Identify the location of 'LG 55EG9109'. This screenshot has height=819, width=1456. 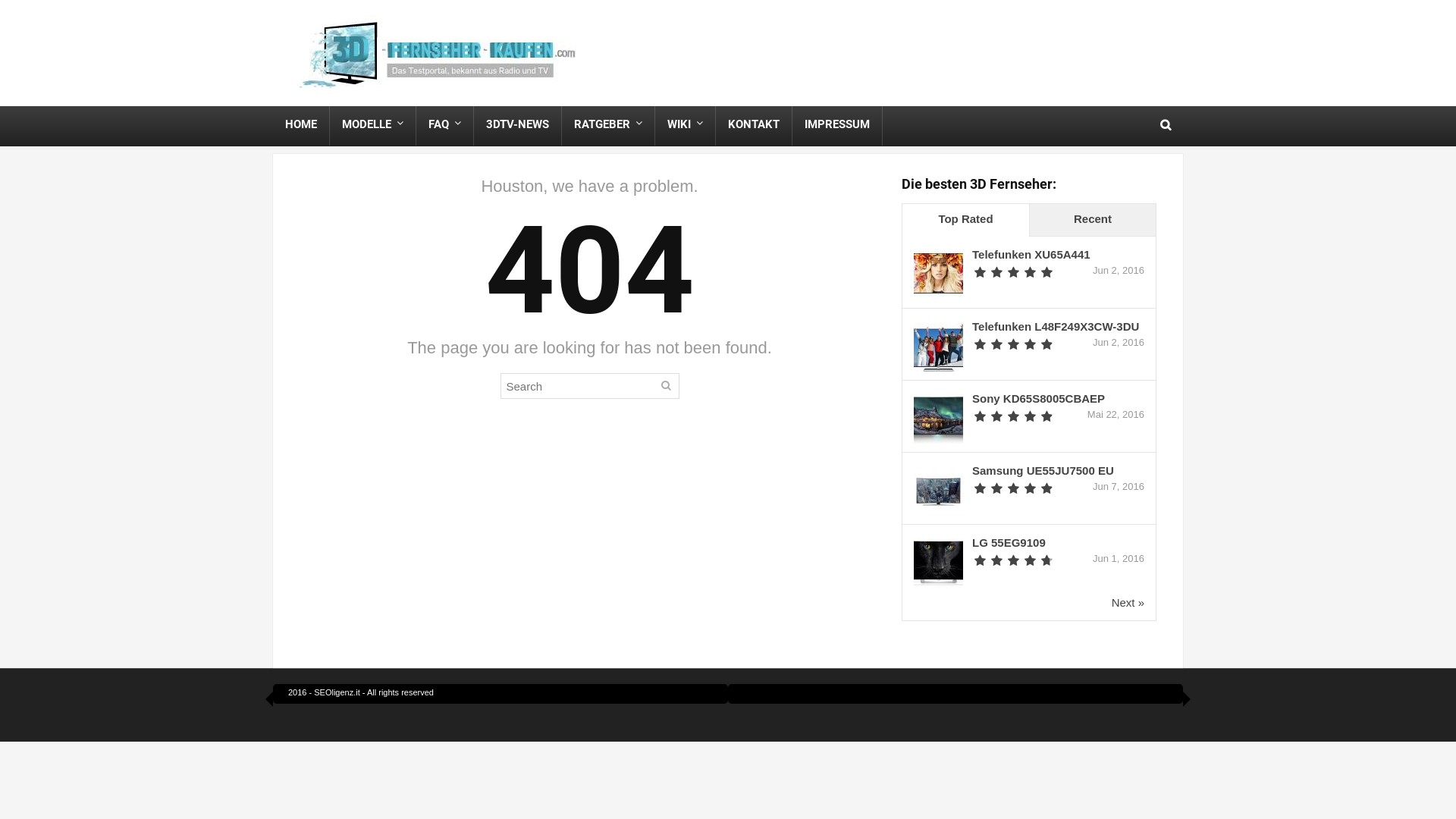
(1009, 541).